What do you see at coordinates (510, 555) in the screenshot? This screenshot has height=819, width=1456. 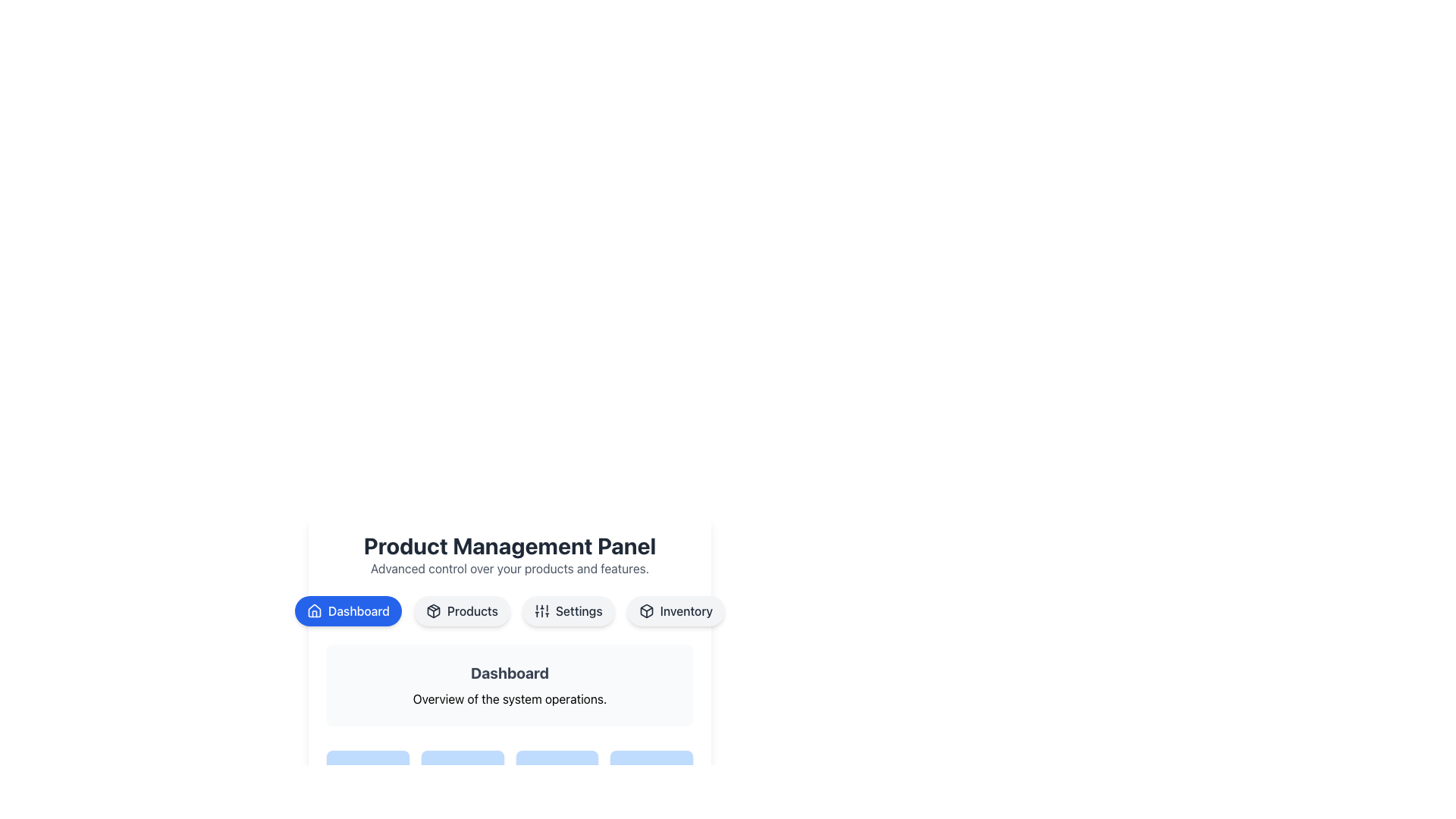 I see `the Textual Header located at the top-center of the panel, above the navigation buttons labeled 'Dashboard', 'Products', 'Settings', and 'Inventory'` at bounding box center [510, 555].